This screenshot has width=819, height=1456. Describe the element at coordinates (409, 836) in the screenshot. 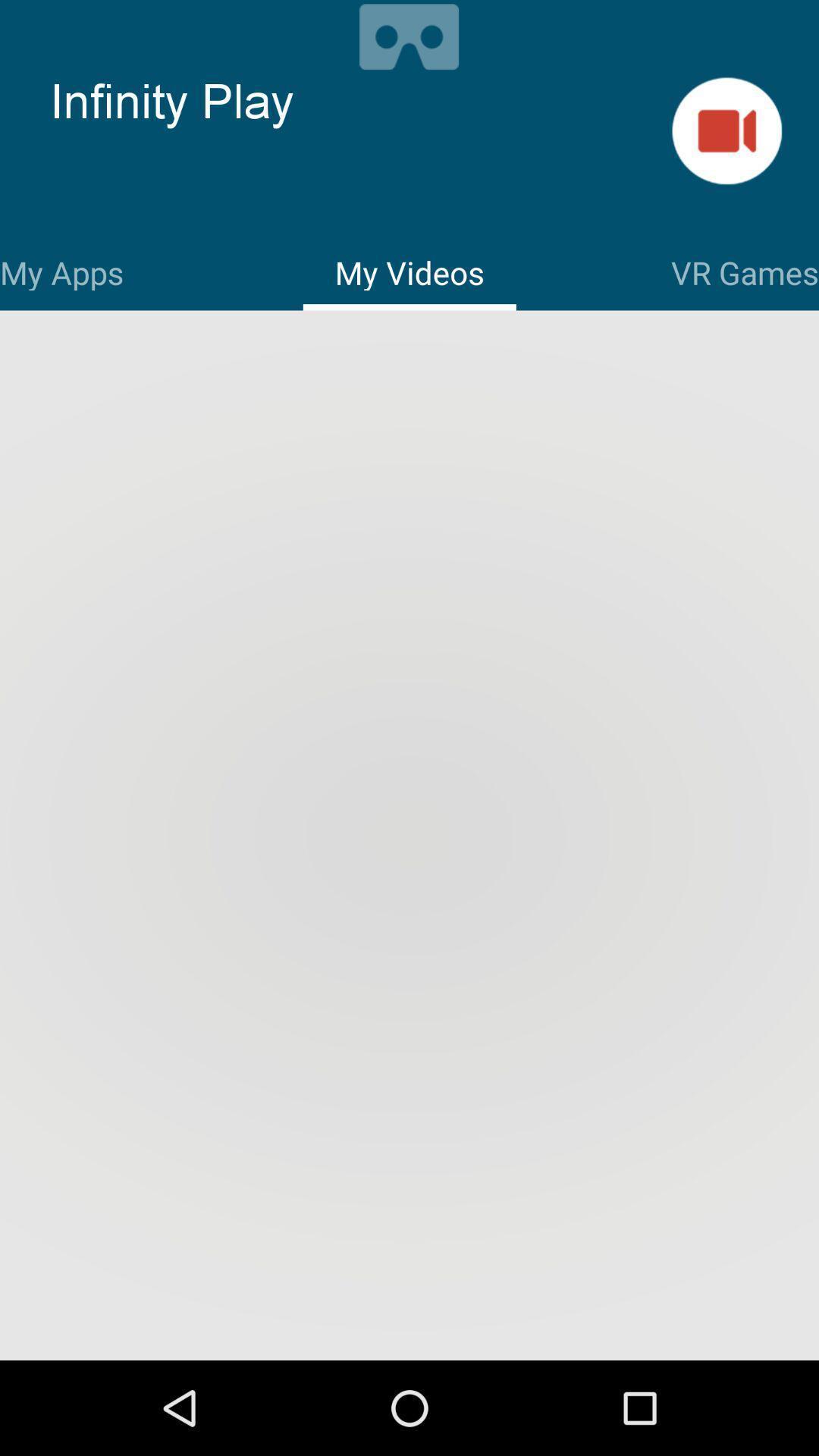

I see `icon below the my apps app` at that location.